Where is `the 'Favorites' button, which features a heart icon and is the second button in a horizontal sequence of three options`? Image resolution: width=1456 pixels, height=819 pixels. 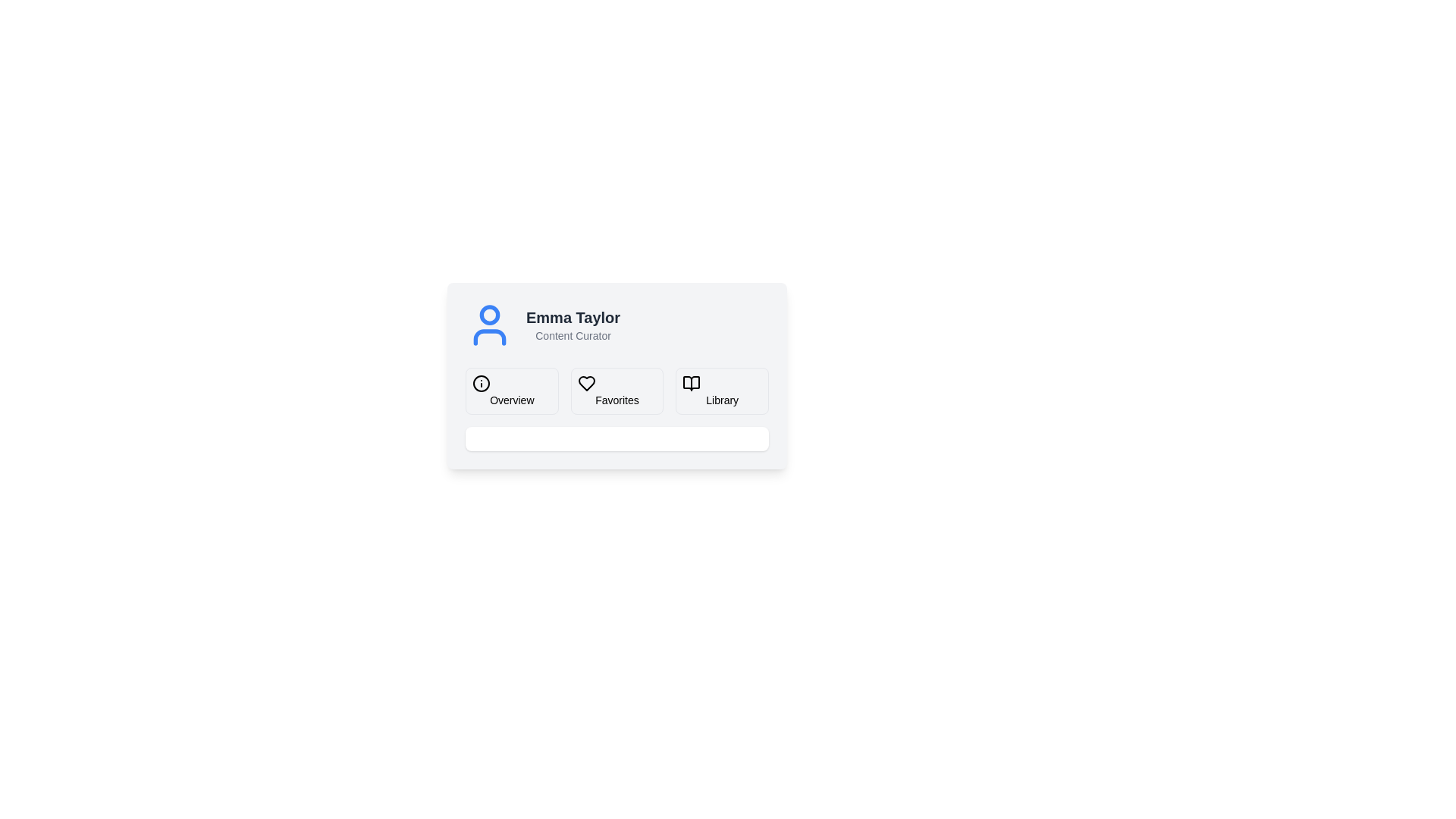
the 'Favorites' button, which features a heart icon and is the second button in a horizontal sequence of three options is located at coordinates (617, 391).